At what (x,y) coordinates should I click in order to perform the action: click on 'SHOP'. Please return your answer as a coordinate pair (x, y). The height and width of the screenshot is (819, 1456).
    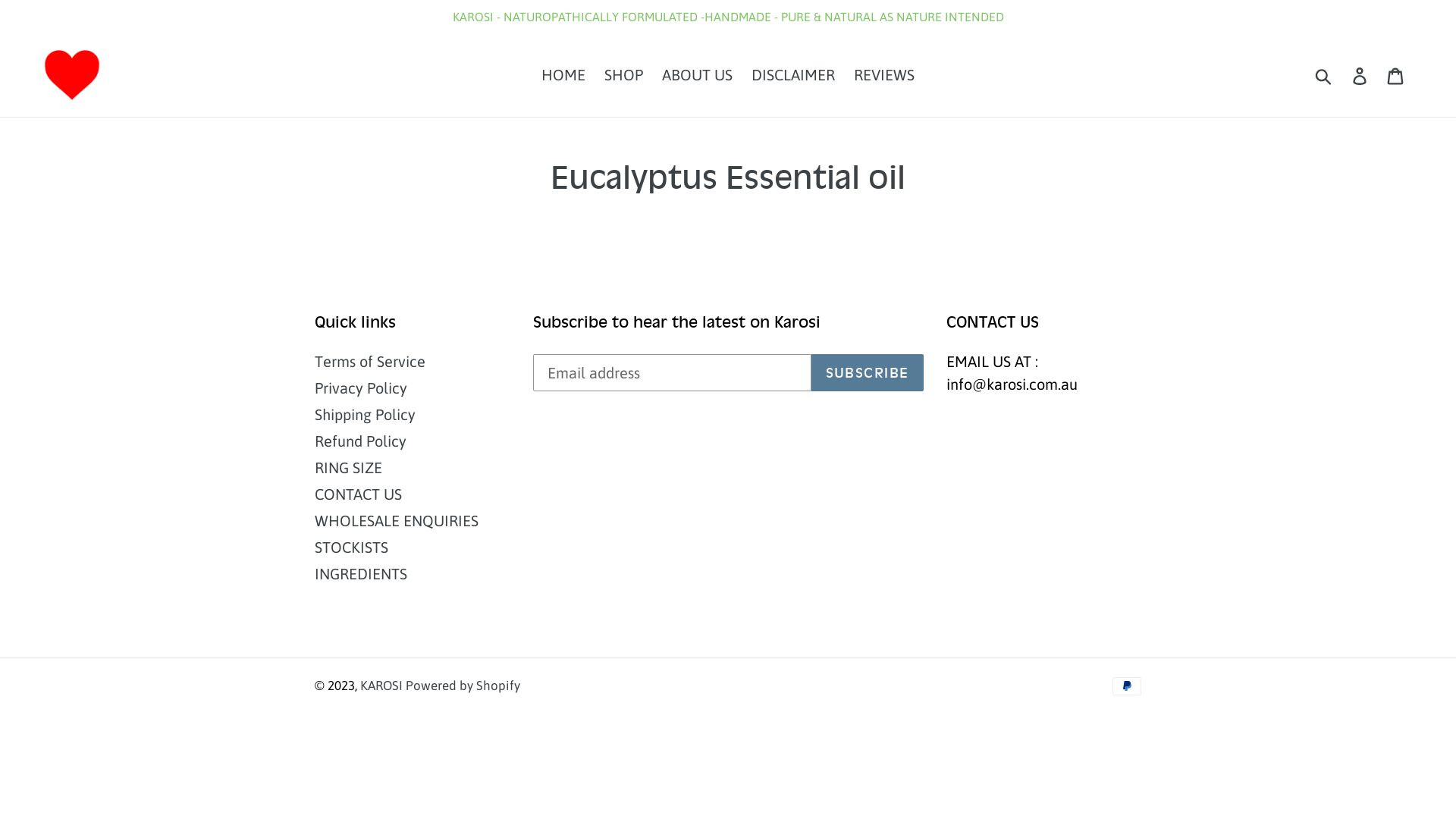
    Looking at the image, I should click on (596, 75).